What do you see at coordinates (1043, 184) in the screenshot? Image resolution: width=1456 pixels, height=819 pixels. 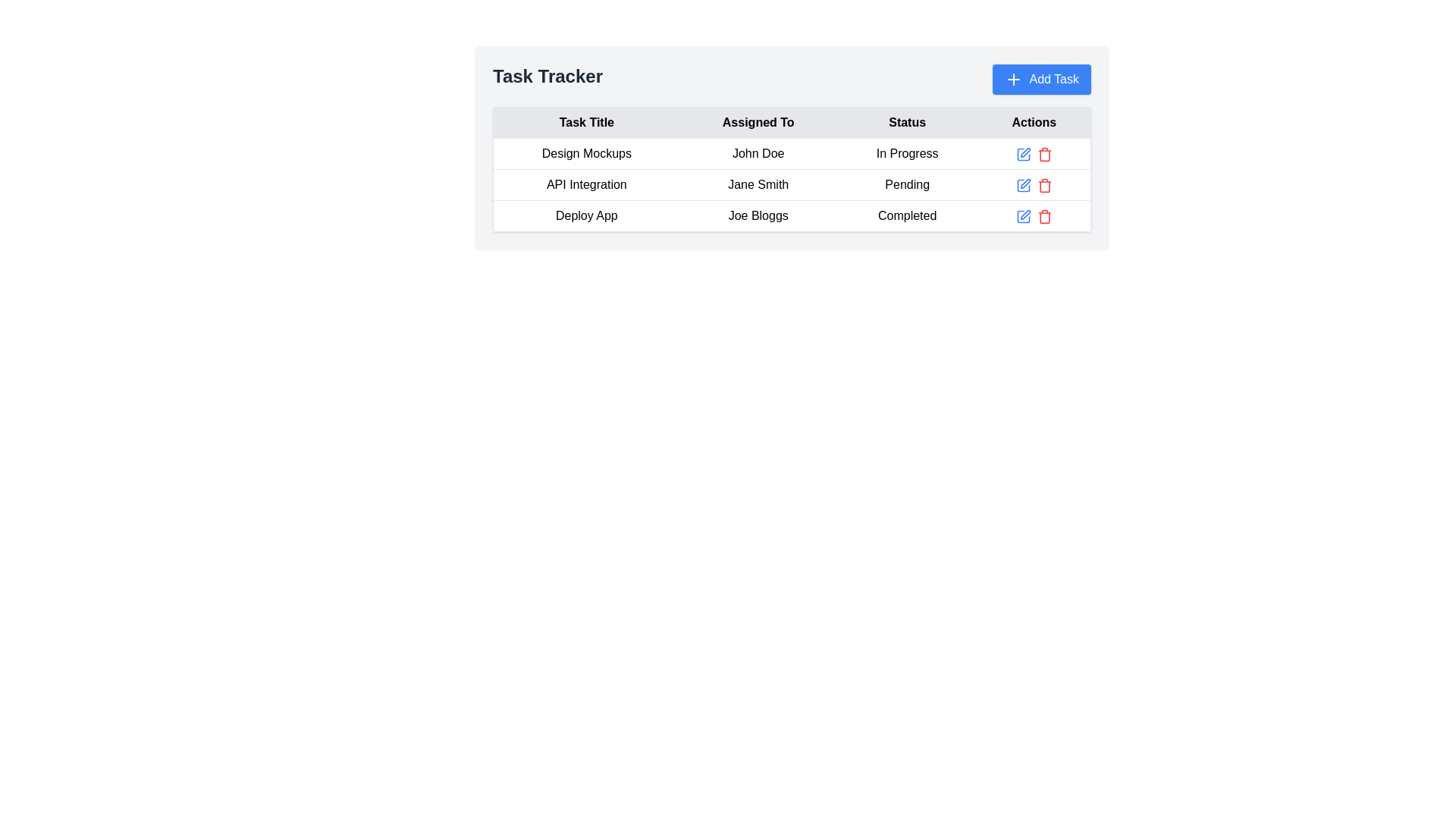 I see `the delete IconButton for the task titled 'API Integration' using keyboard shortcuts and activate it` at bounding box center [1043, 184].